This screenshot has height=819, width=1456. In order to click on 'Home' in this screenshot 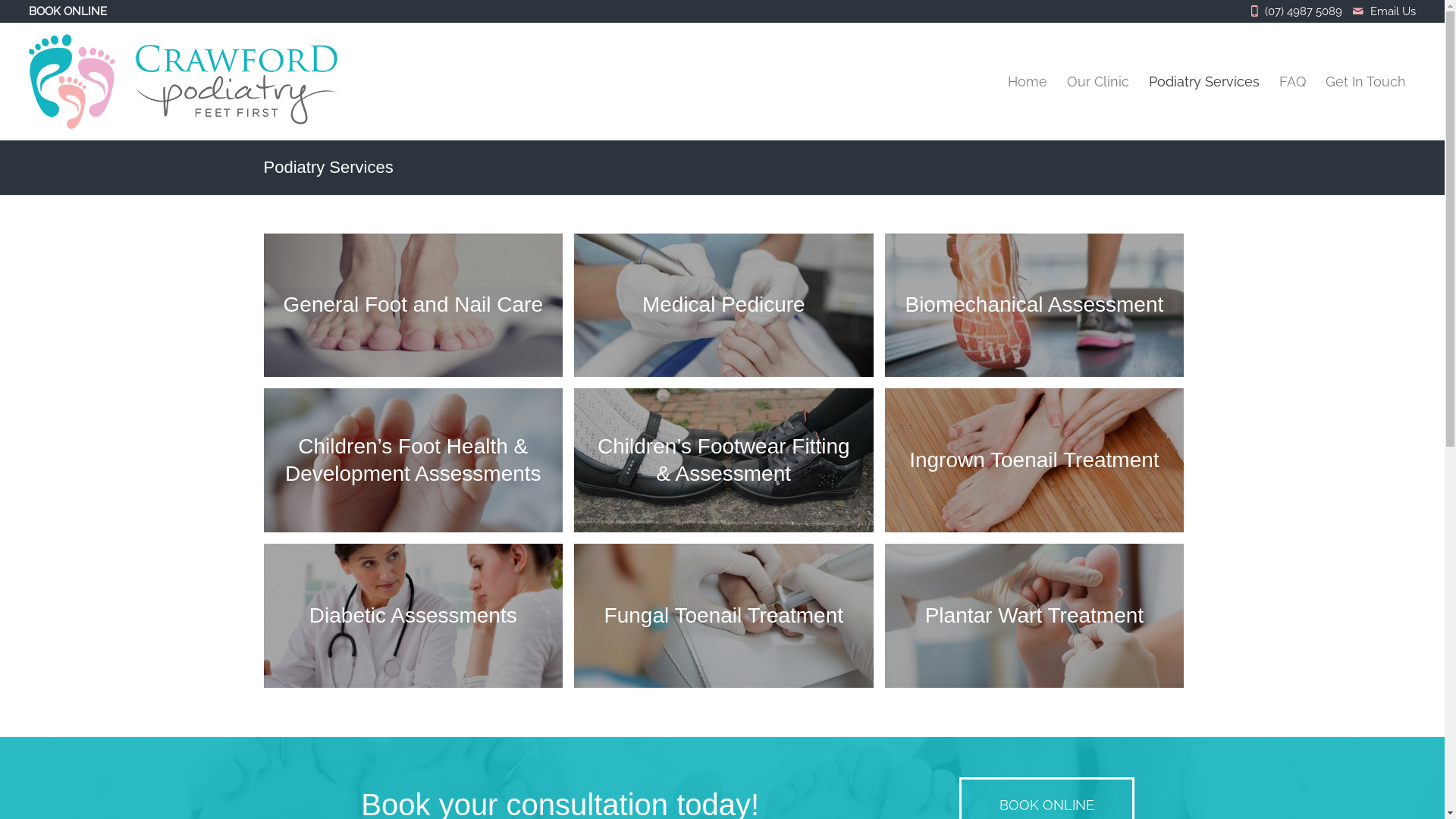, I will do `click(997, 81)`.